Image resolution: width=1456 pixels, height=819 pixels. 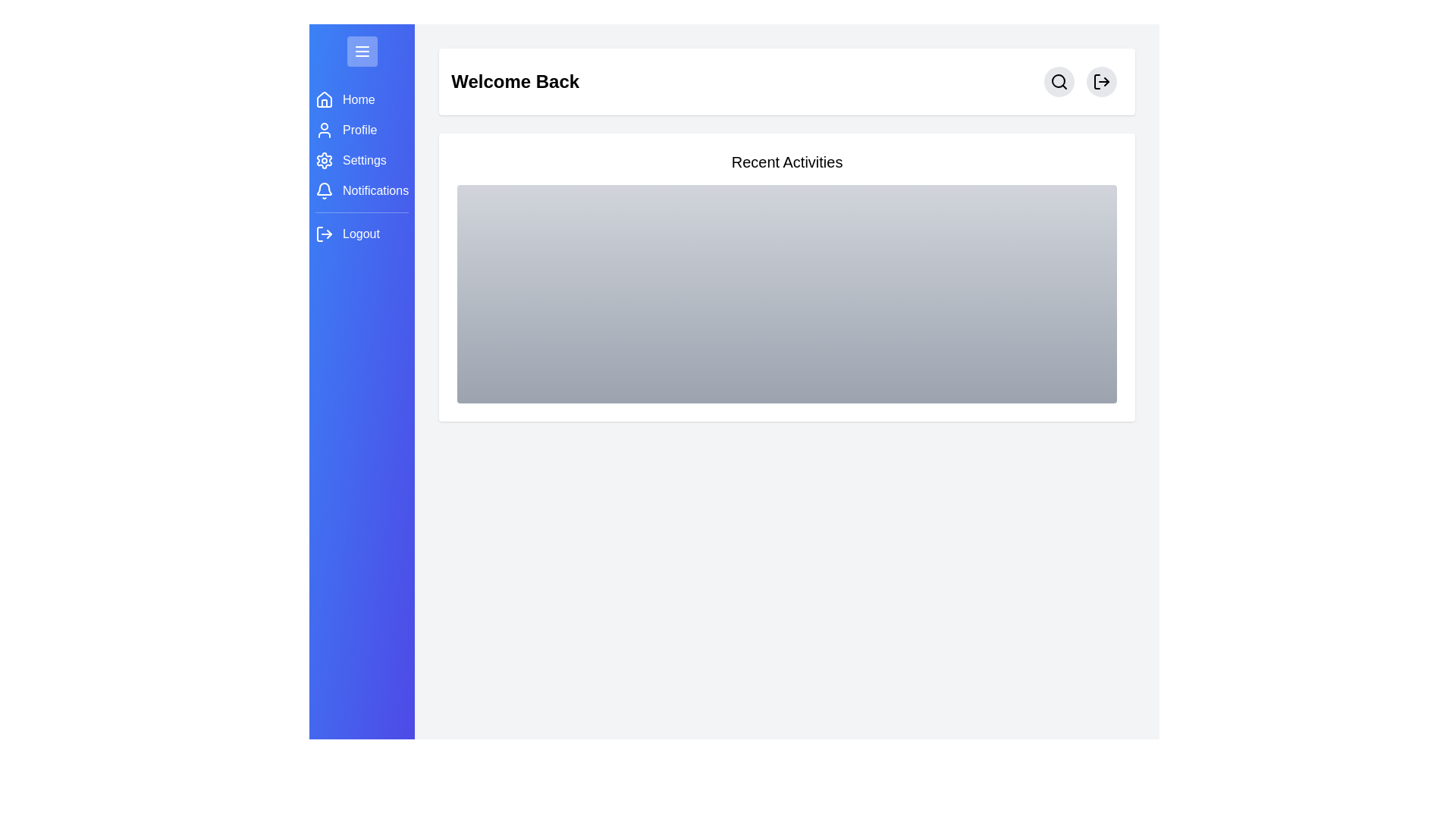 I want to click on the 'Settings' button, which is a horizontal item with a gear icon and white text on a blue background, located as the third item, so click(x=361, y=161).